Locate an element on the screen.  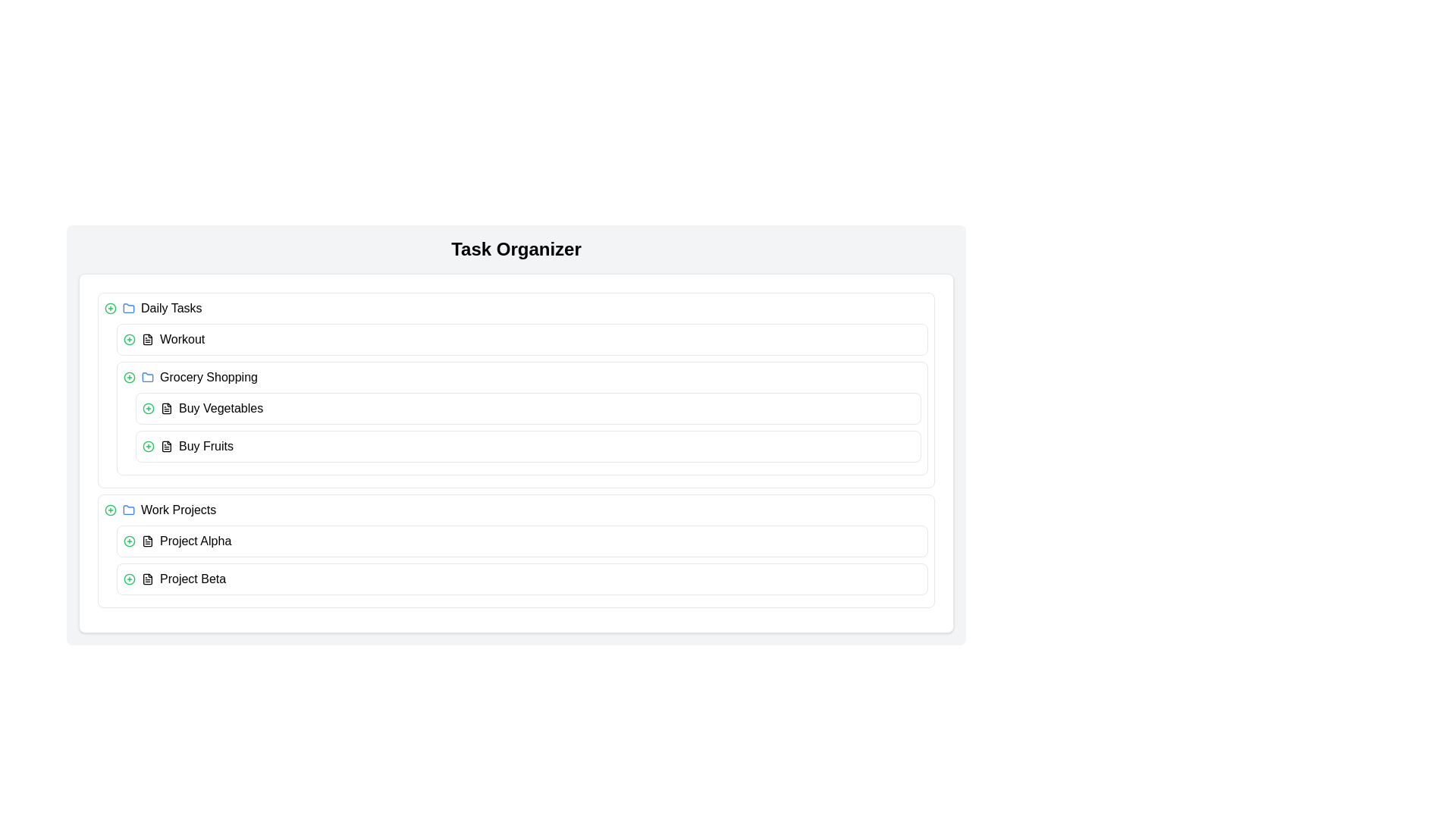
the list item entry labeled 'Buy Fruits' which is the second item under the 'Grocery Shopping' section is located at coordinates (528, 446).